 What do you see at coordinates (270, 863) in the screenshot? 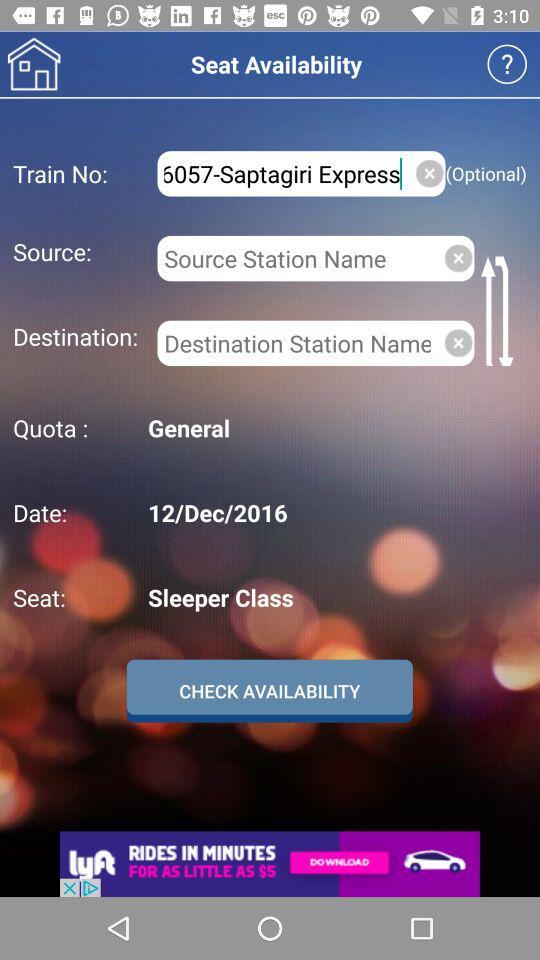
I see `click on advertisement for lyft` at bounding box center [270, 863].